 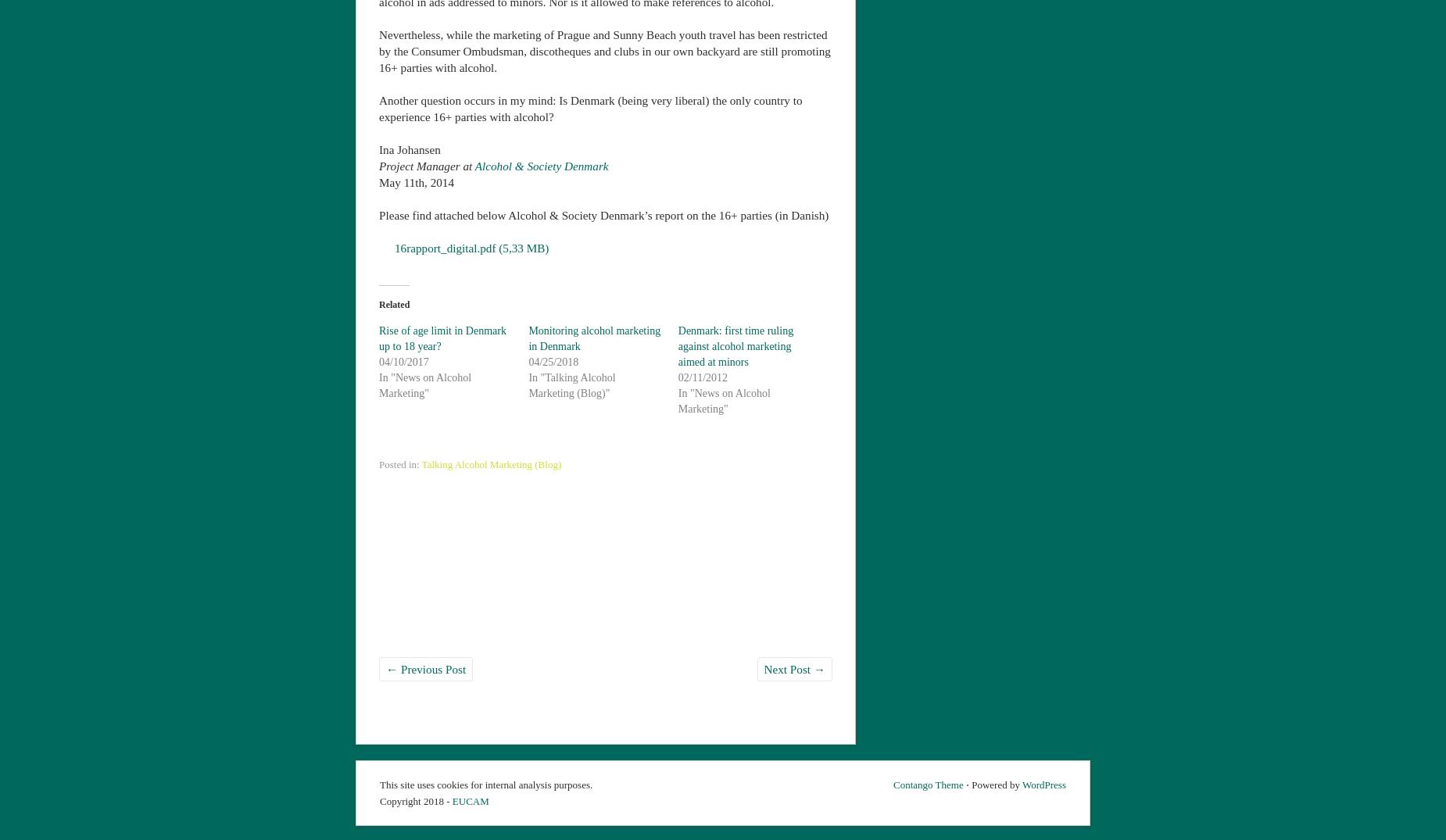 What do you see at coordinates (394, 302) in the screenshot?
I see `'Related'` at bounding box center [394, 302].